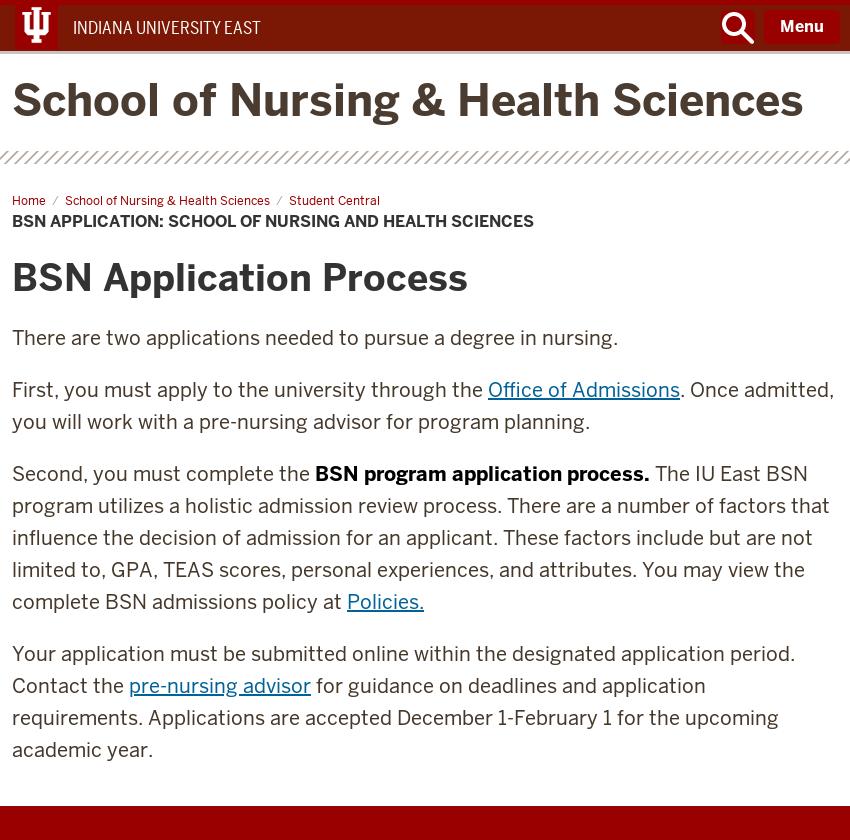 This screenshot has height=840, width=850. Describe the element at coordinates (10, 200) in the screenshot. I see `'Home'` at that location.